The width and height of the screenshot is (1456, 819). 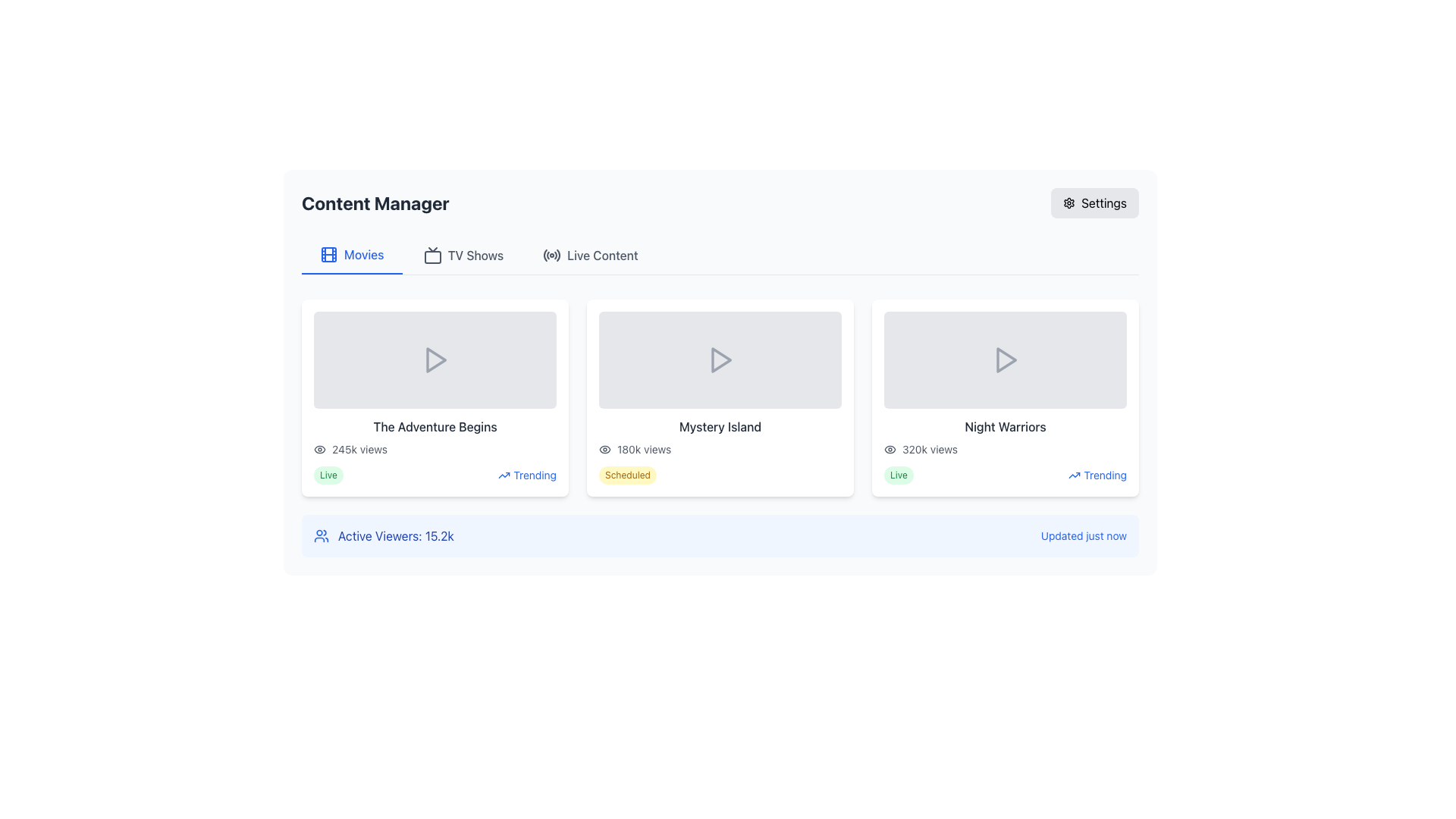 I want to click on the play icon located centrally within the thumbnail area of the 'Mystery Island' content item, so click(x=720, y=359).